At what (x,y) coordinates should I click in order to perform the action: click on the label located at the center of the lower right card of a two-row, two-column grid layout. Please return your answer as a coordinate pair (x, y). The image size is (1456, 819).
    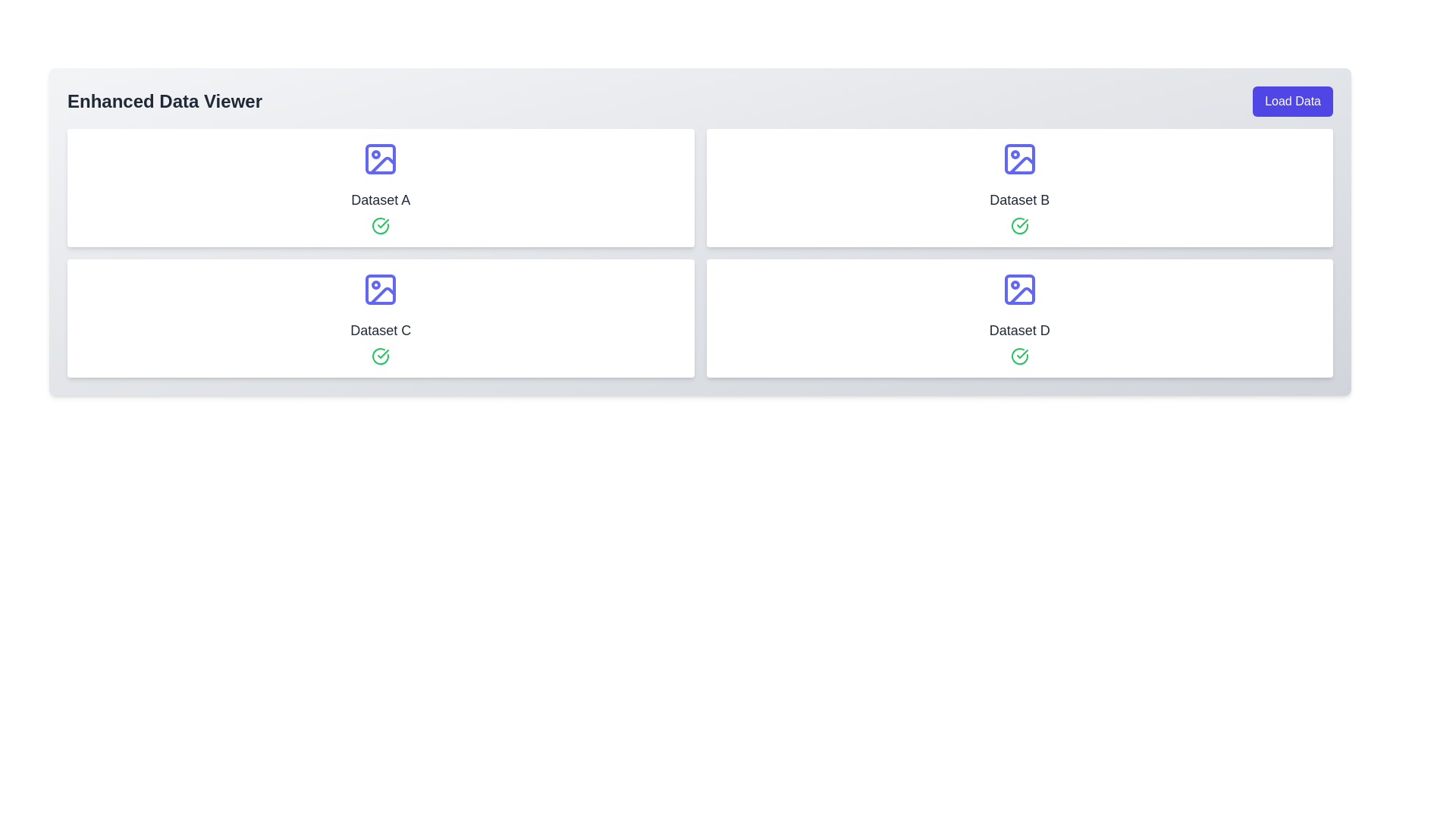
    Looking at the image, I should click on (1019, 329).